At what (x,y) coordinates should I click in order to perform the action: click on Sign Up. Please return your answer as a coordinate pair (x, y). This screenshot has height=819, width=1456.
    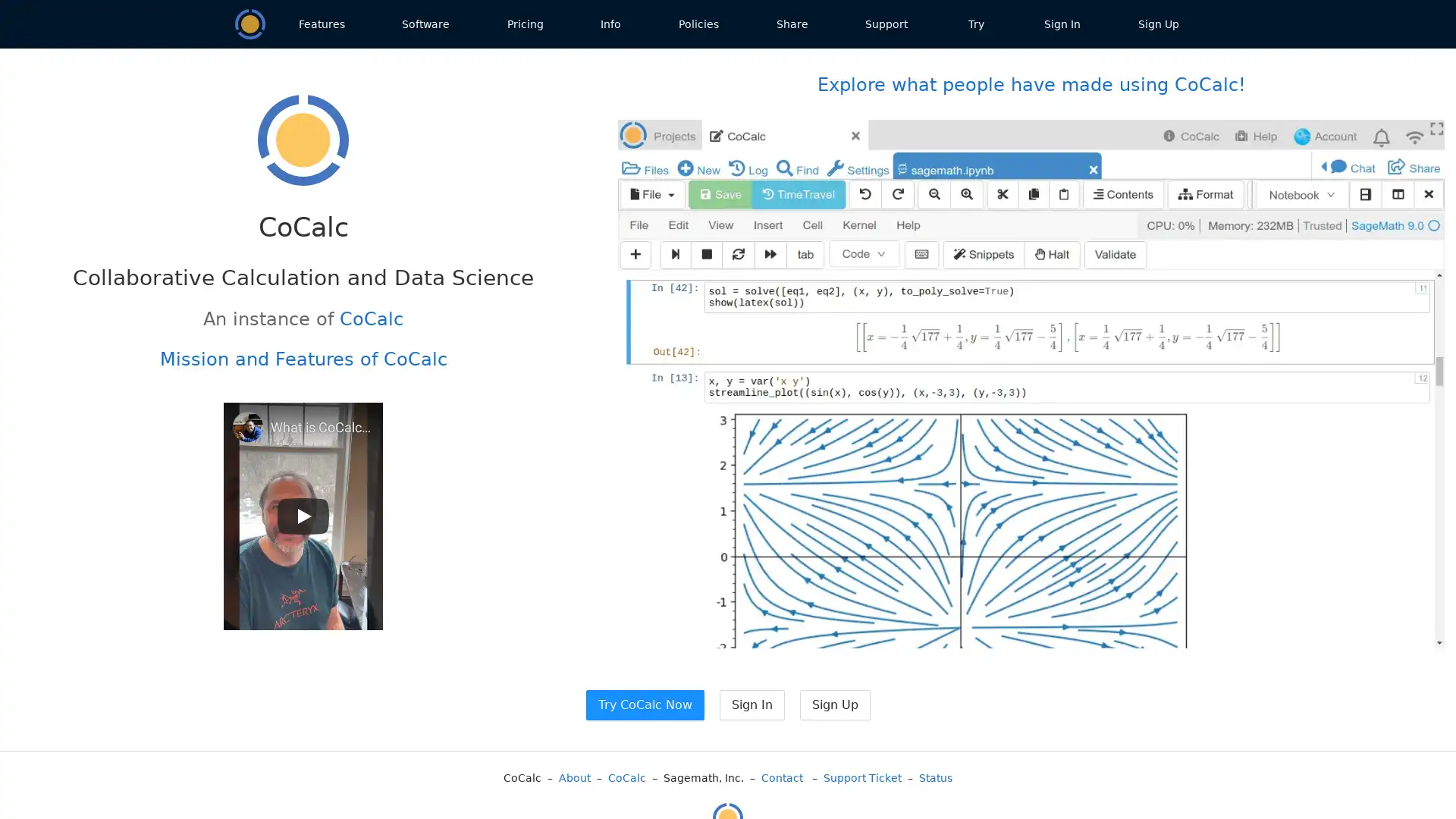
    Looking at the image, I should click on (833, 704).